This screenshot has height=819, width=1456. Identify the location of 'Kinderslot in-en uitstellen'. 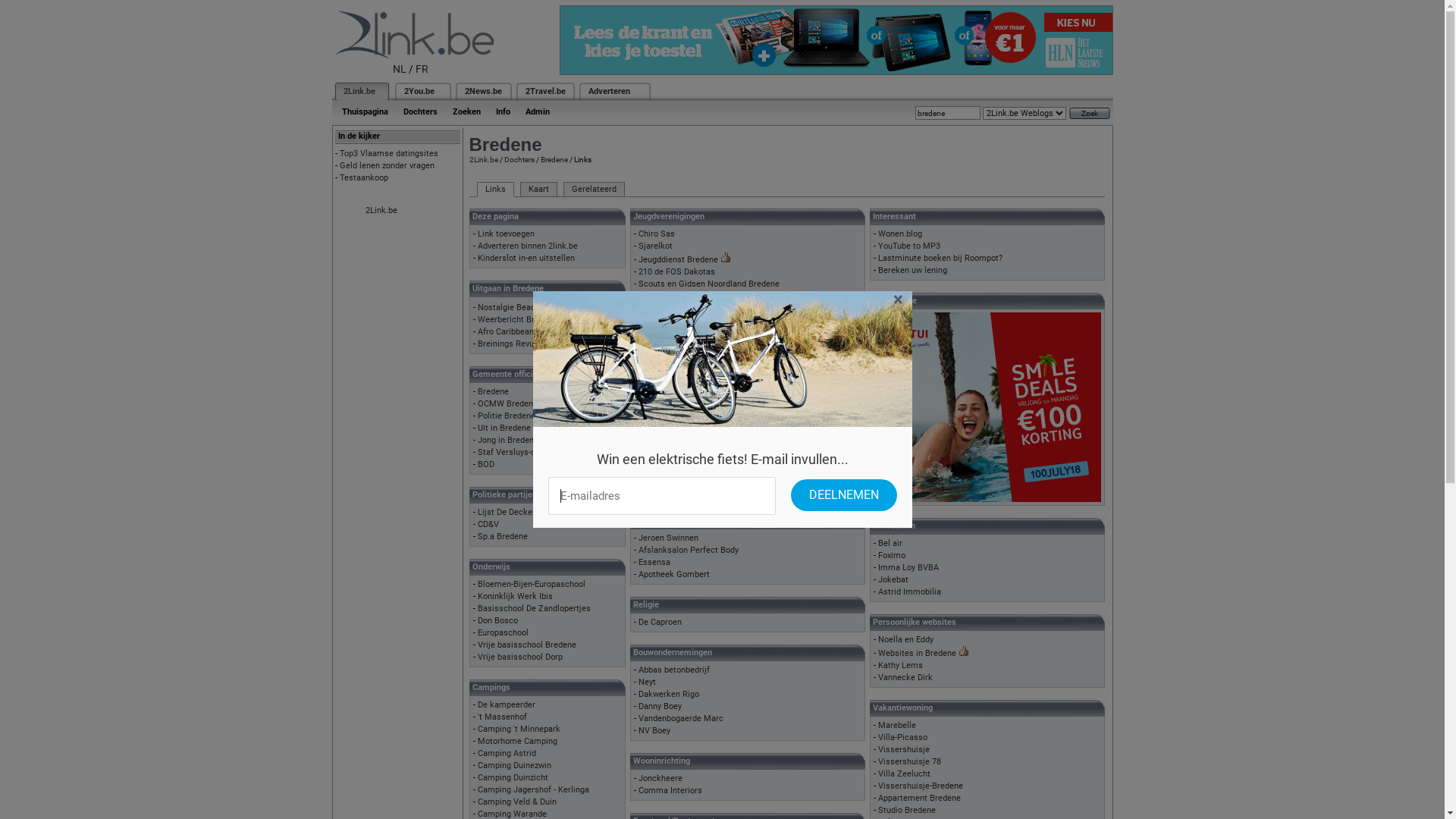
(476, 257).